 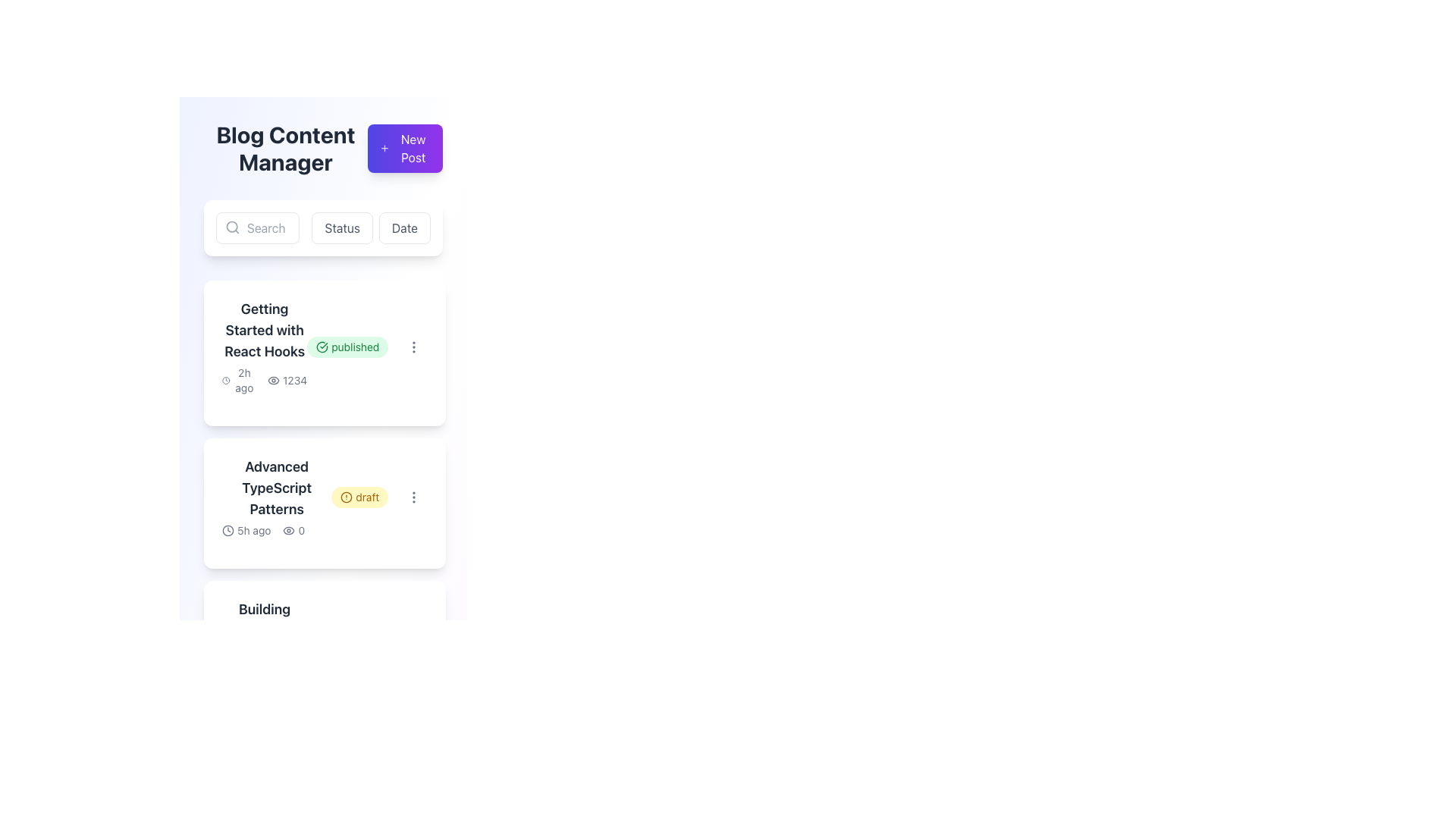 What do you see at coordinates (404, 227) in the screenshot?
I see `the 'Date' button, which is a rectangular button with rounded corners and light border, located to the right of the 'Status' button` at bounding box center [404, 227].